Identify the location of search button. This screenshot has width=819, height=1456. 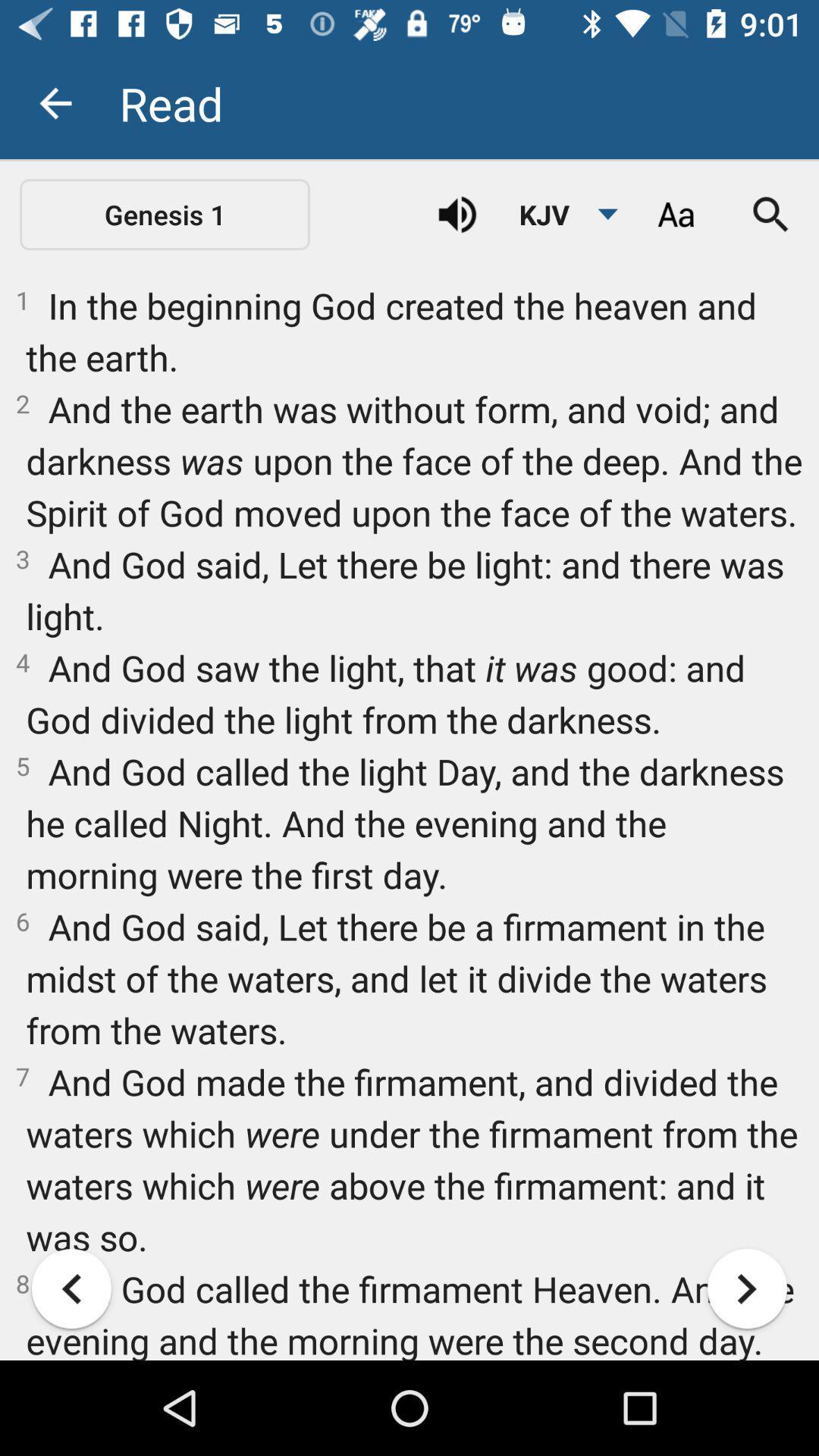
(771, 214).